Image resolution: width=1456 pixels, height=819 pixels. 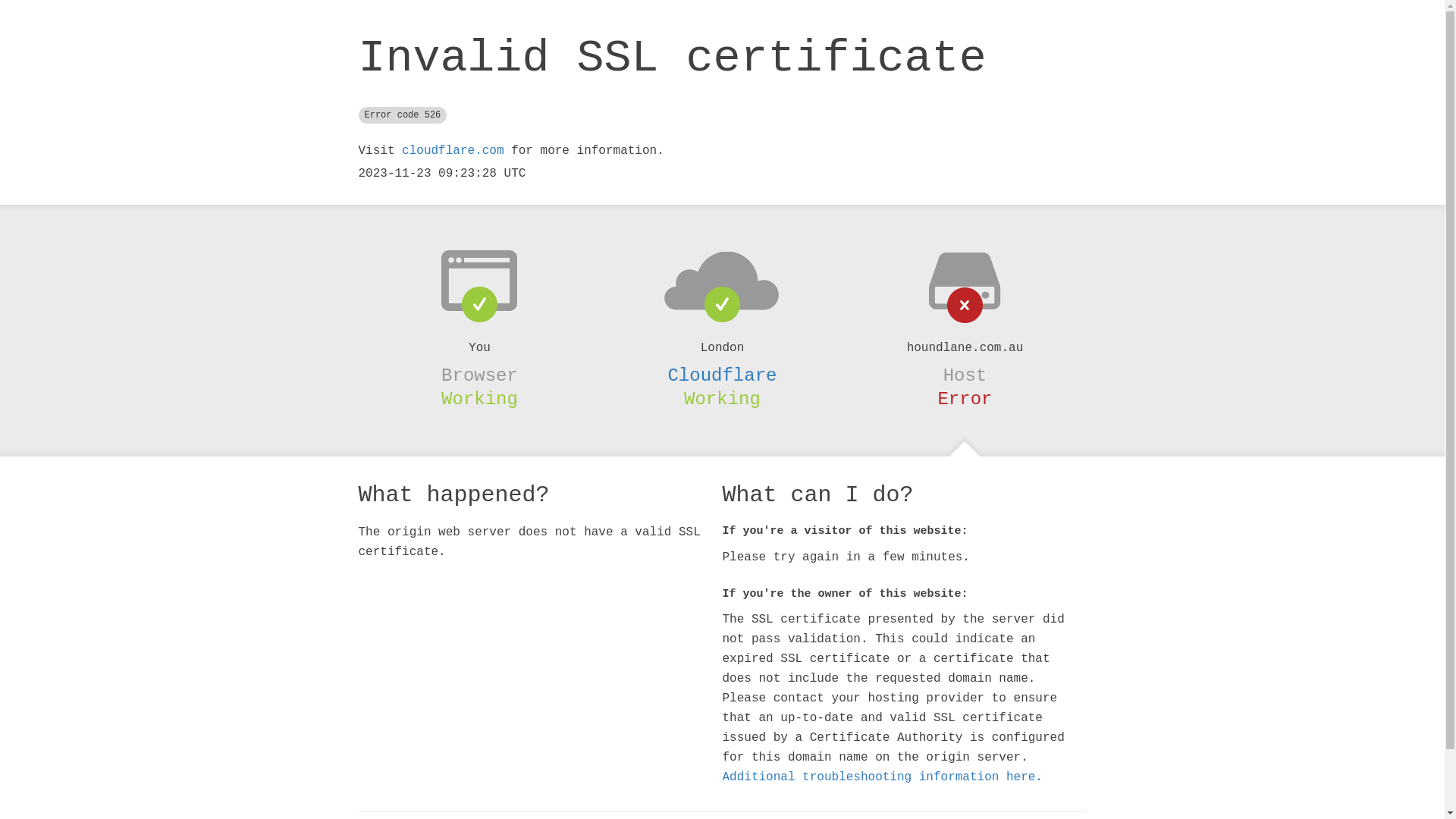 I want to click on 'cloudflare.com', so click(x=451, y=151).